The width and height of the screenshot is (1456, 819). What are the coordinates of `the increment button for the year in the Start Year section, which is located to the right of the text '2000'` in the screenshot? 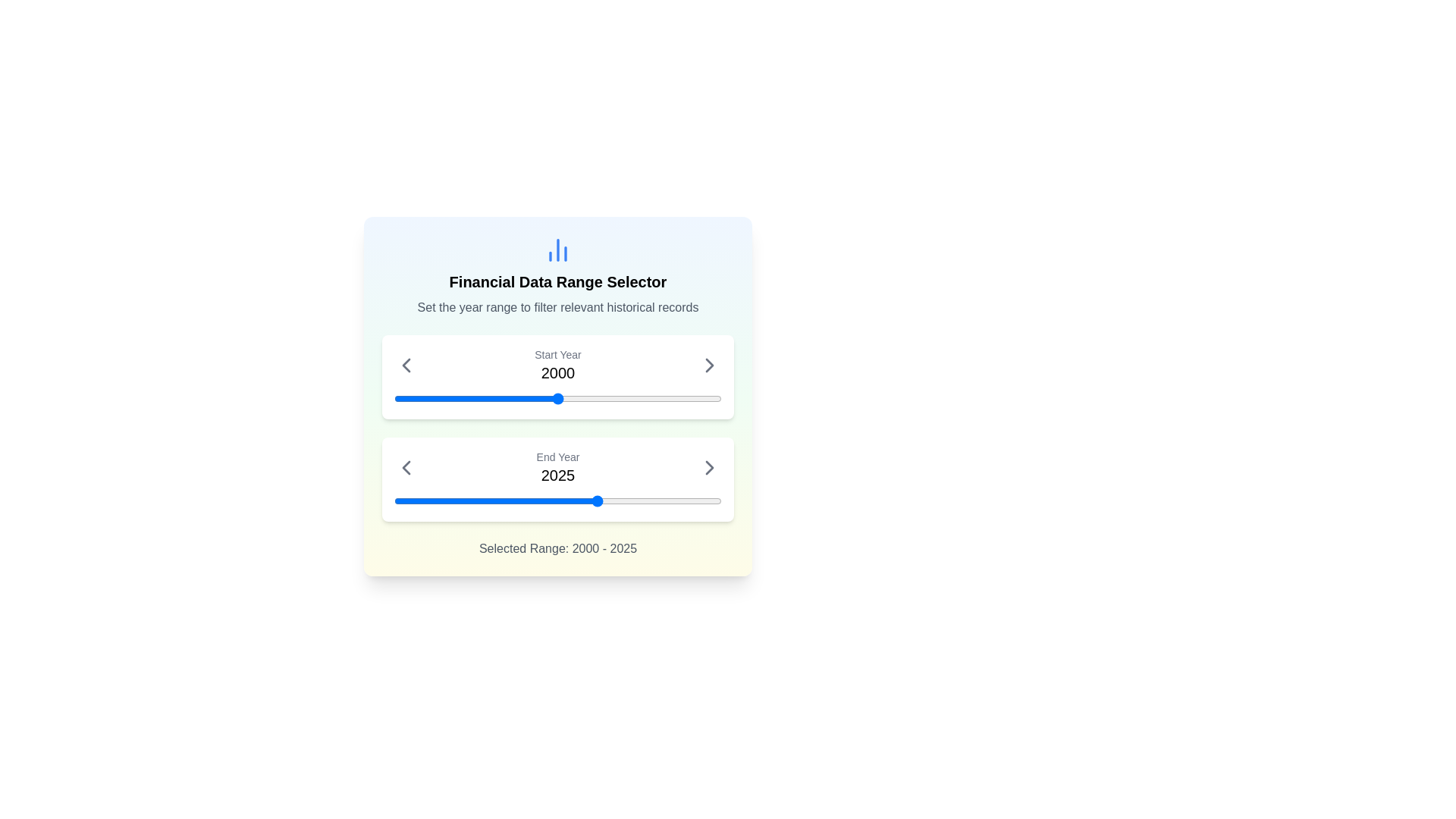 It's located at (709, 366).